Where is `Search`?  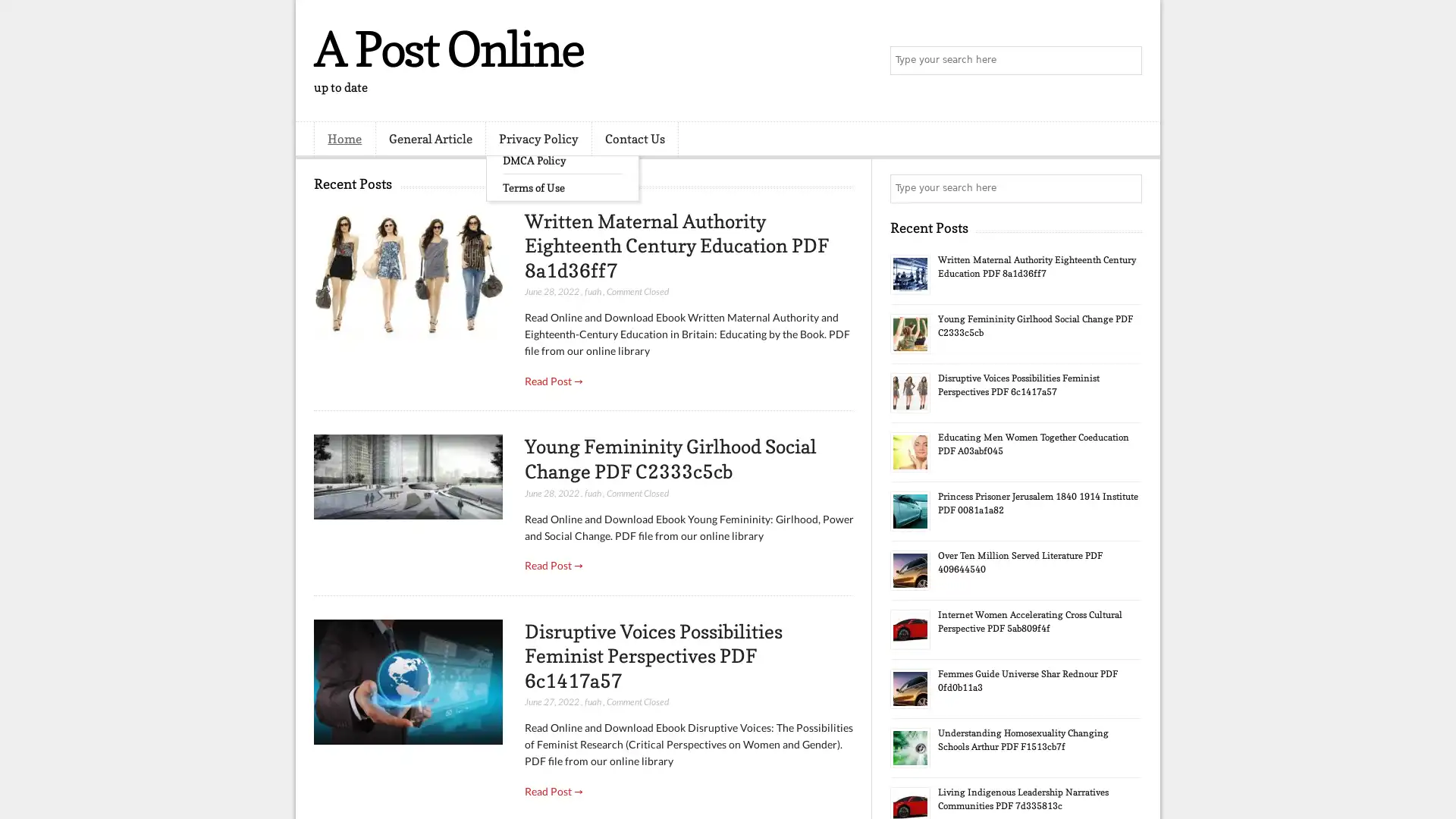 Search is located at coordinates (1126, 188).